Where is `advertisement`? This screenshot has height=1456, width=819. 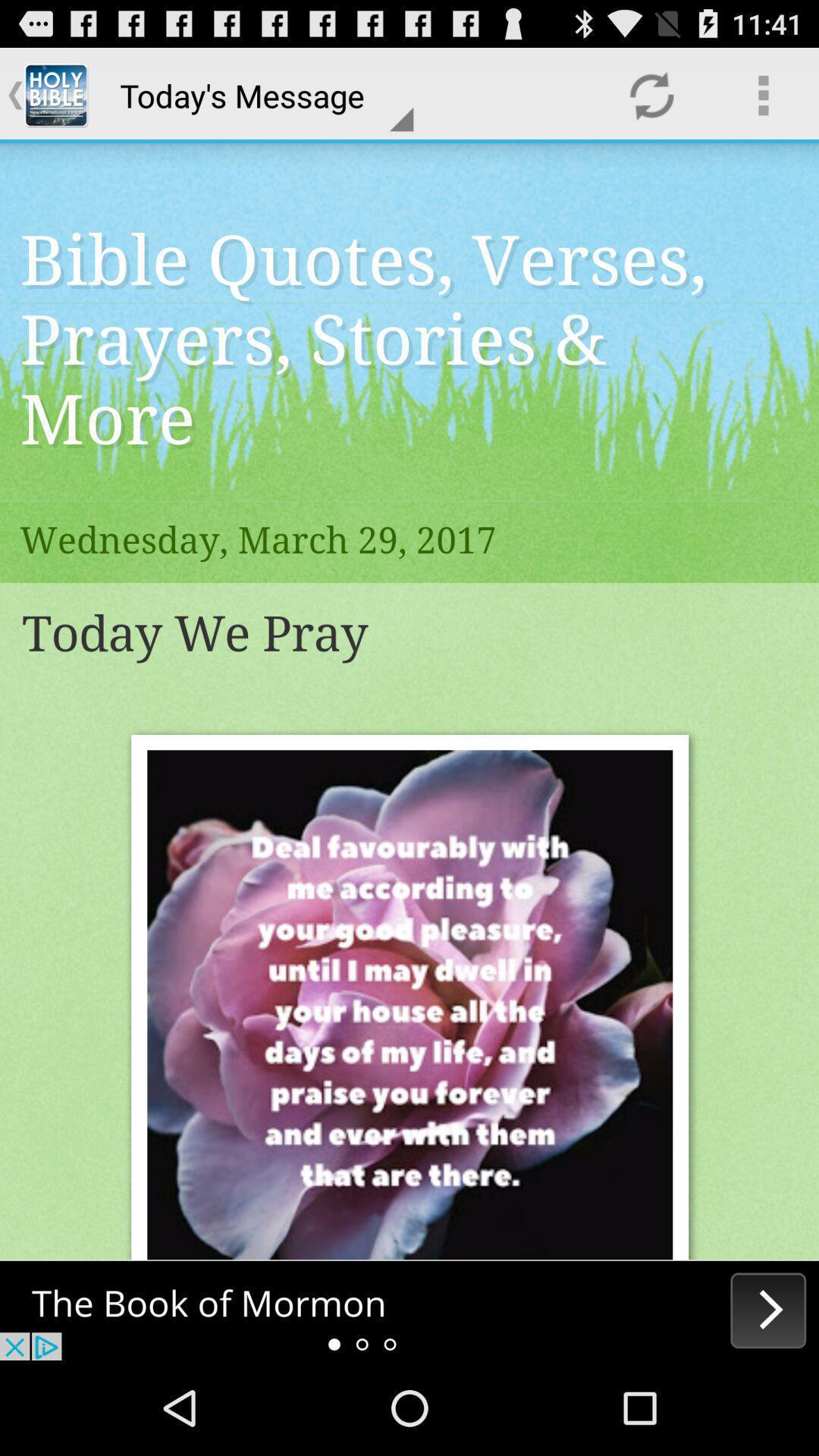 advertisement is located at coordinates (409, 1310).